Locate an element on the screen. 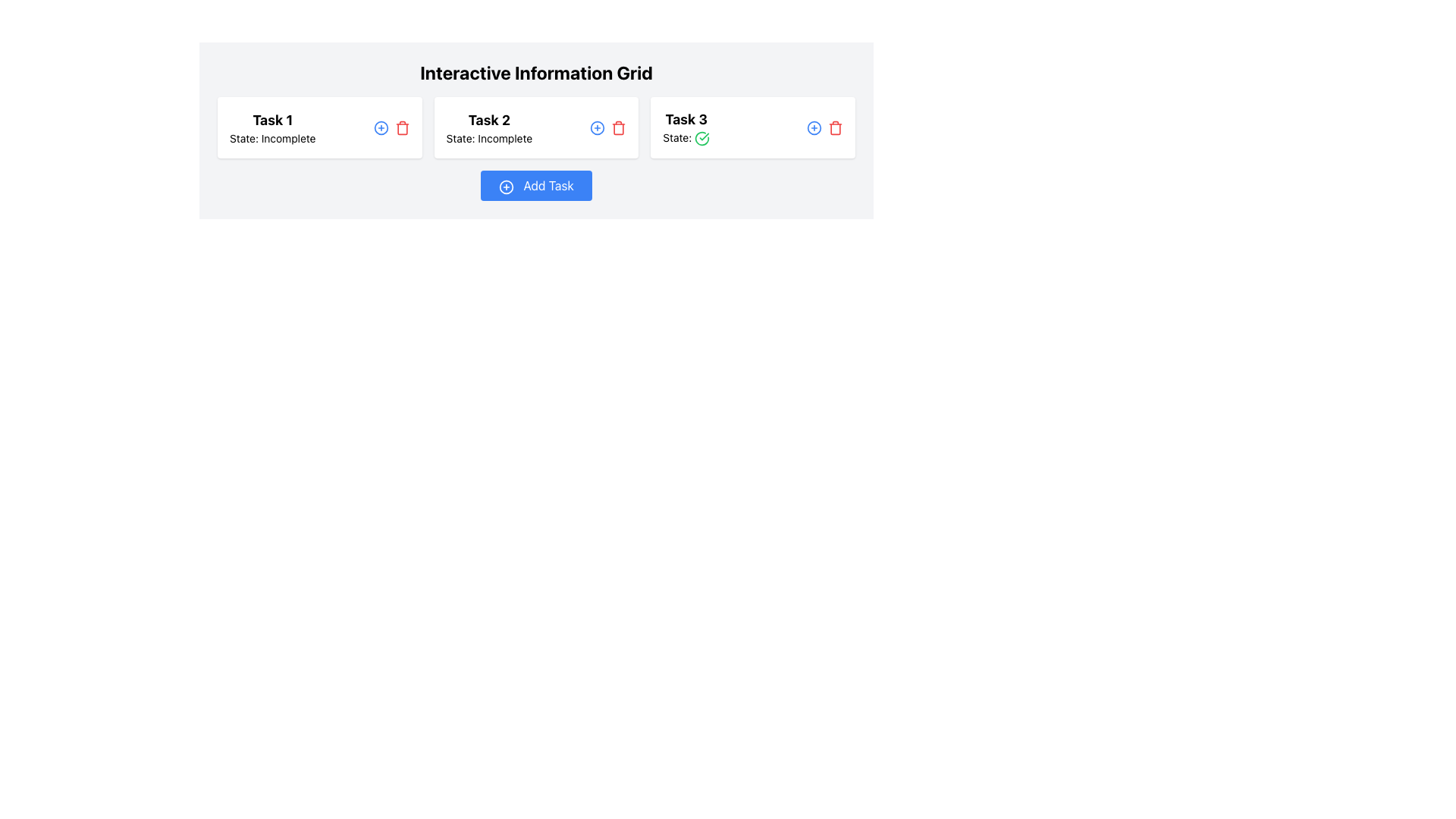  the text label component displaying 'Task 3', which is a bold, larger font indicating a task header, located in the top-right segment of the task grid is located at coordinates (686, 119).